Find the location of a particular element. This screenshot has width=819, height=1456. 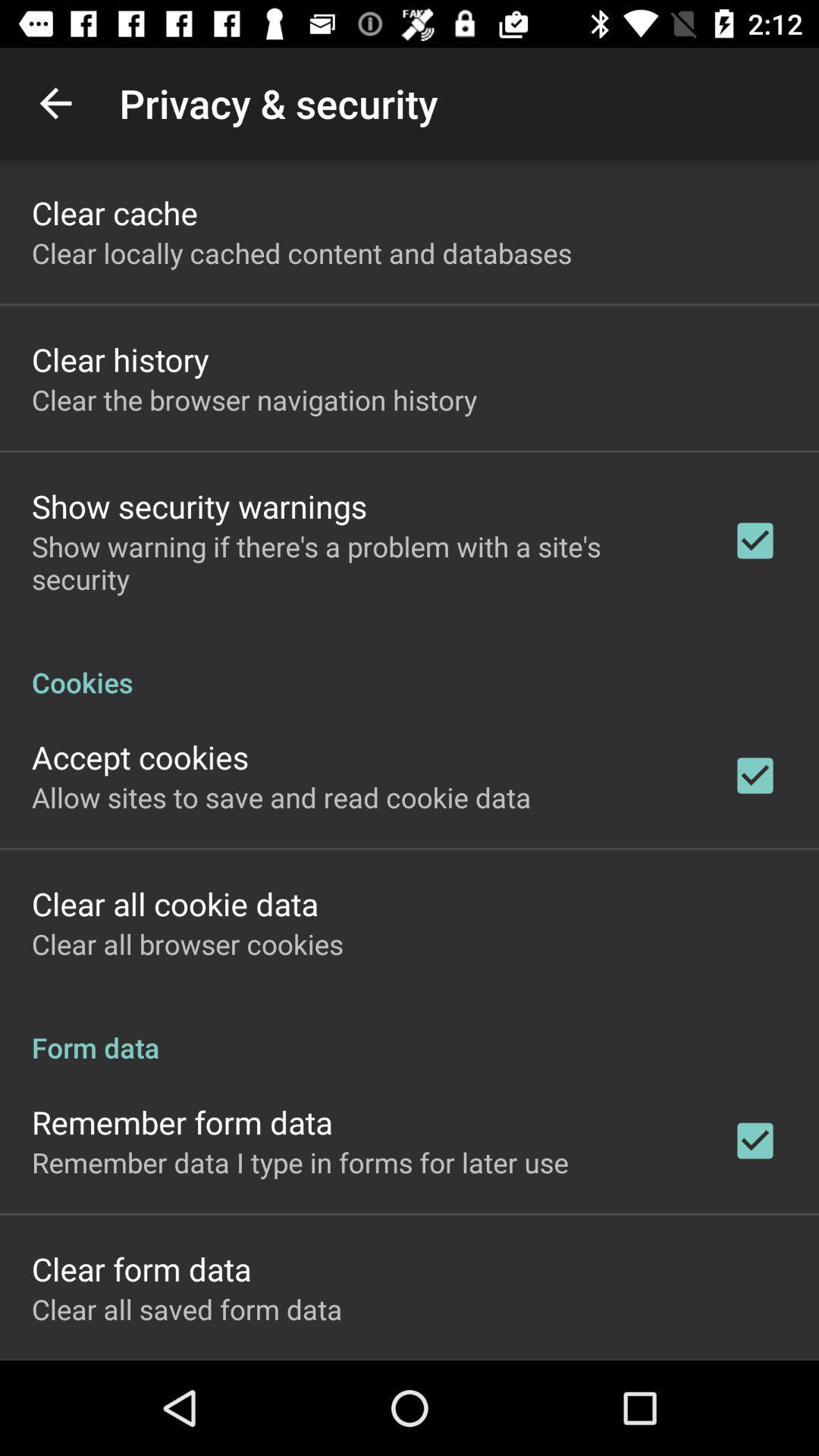

the icon above the cookies icon is located at coordinates (362, 562).